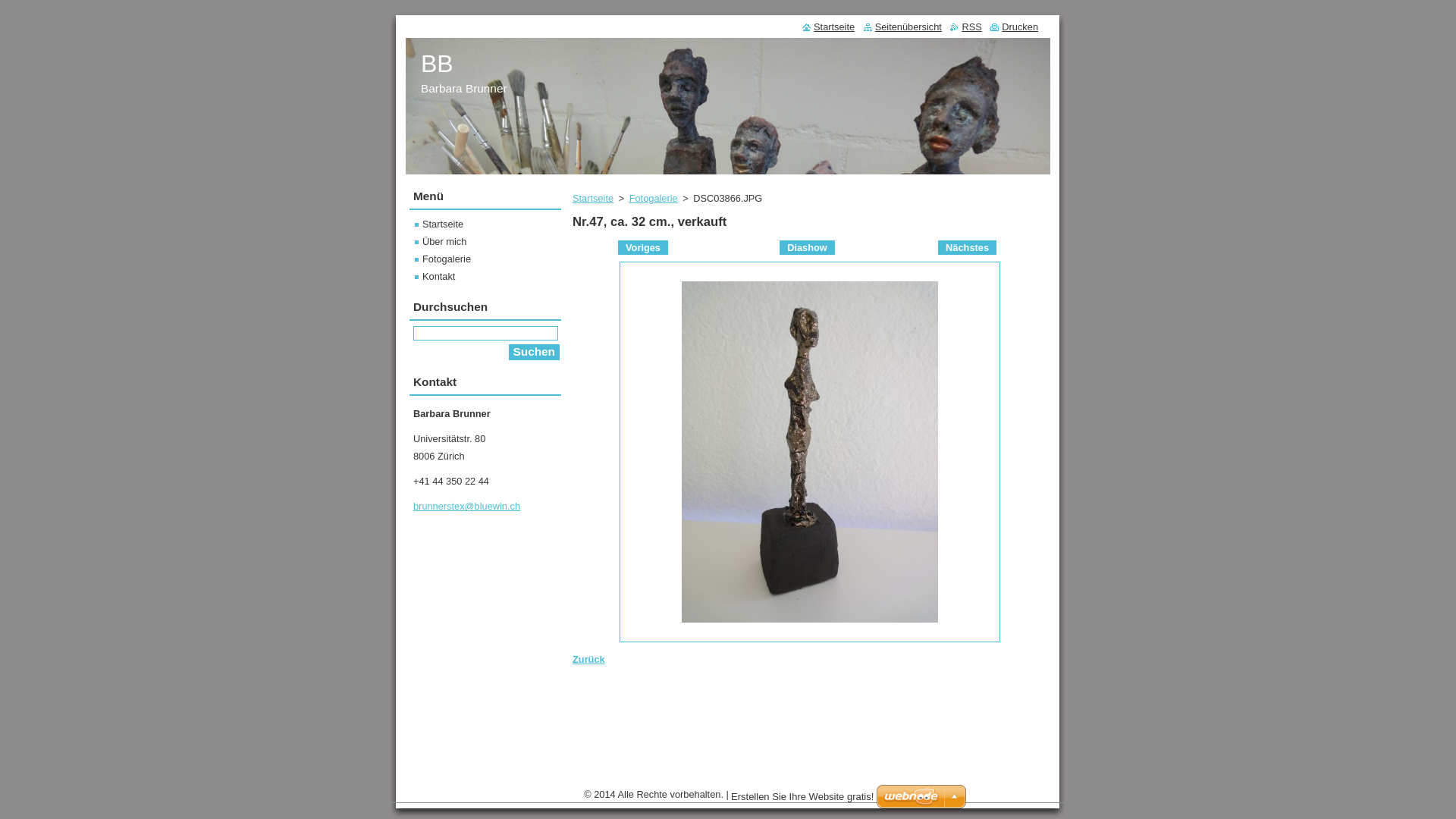 Image resolution: width=1456 pixels, height=819 pixels. I want to click on 'Suchen', so click(534, 352).